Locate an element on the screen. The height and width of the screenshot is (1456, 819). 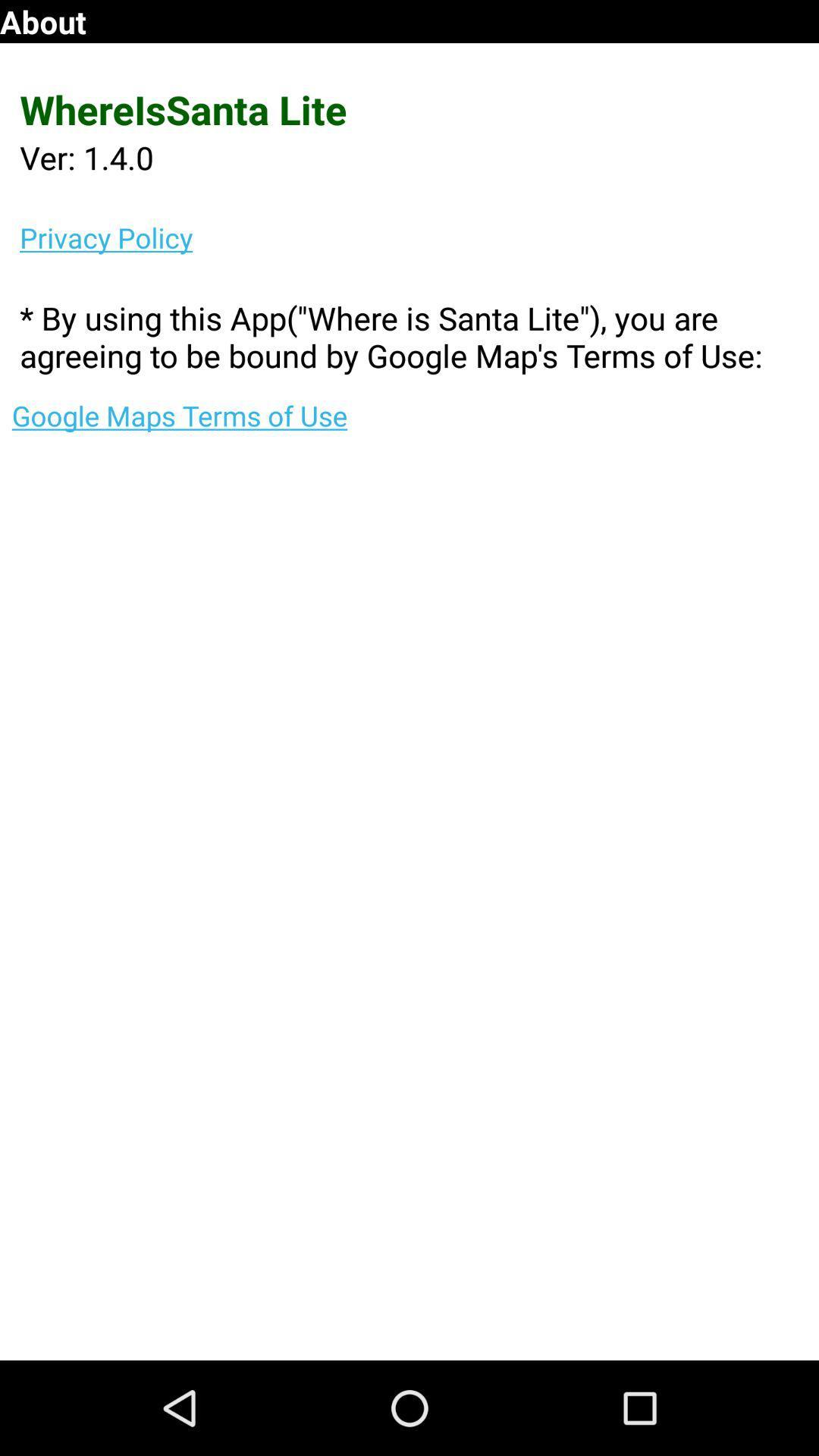
the app below ver 1 4 is located at coordinates (419, 237).